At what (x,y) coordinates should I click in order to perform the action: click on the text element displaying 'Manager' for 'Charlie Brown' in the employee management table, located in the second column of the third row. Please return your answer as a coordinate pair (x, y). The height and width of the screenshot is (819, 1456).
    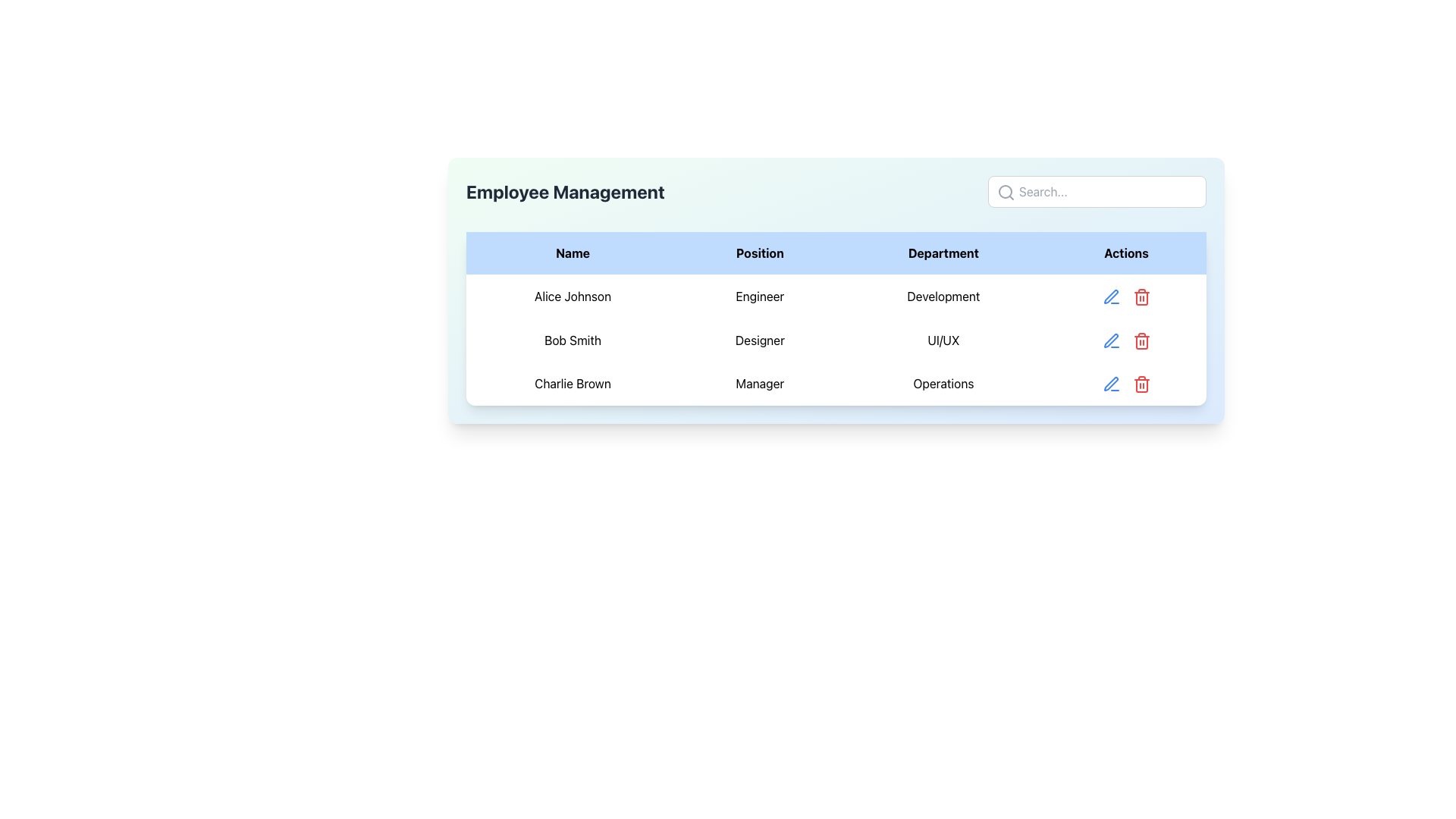
    Looking at the image, I should click on (760, 383).